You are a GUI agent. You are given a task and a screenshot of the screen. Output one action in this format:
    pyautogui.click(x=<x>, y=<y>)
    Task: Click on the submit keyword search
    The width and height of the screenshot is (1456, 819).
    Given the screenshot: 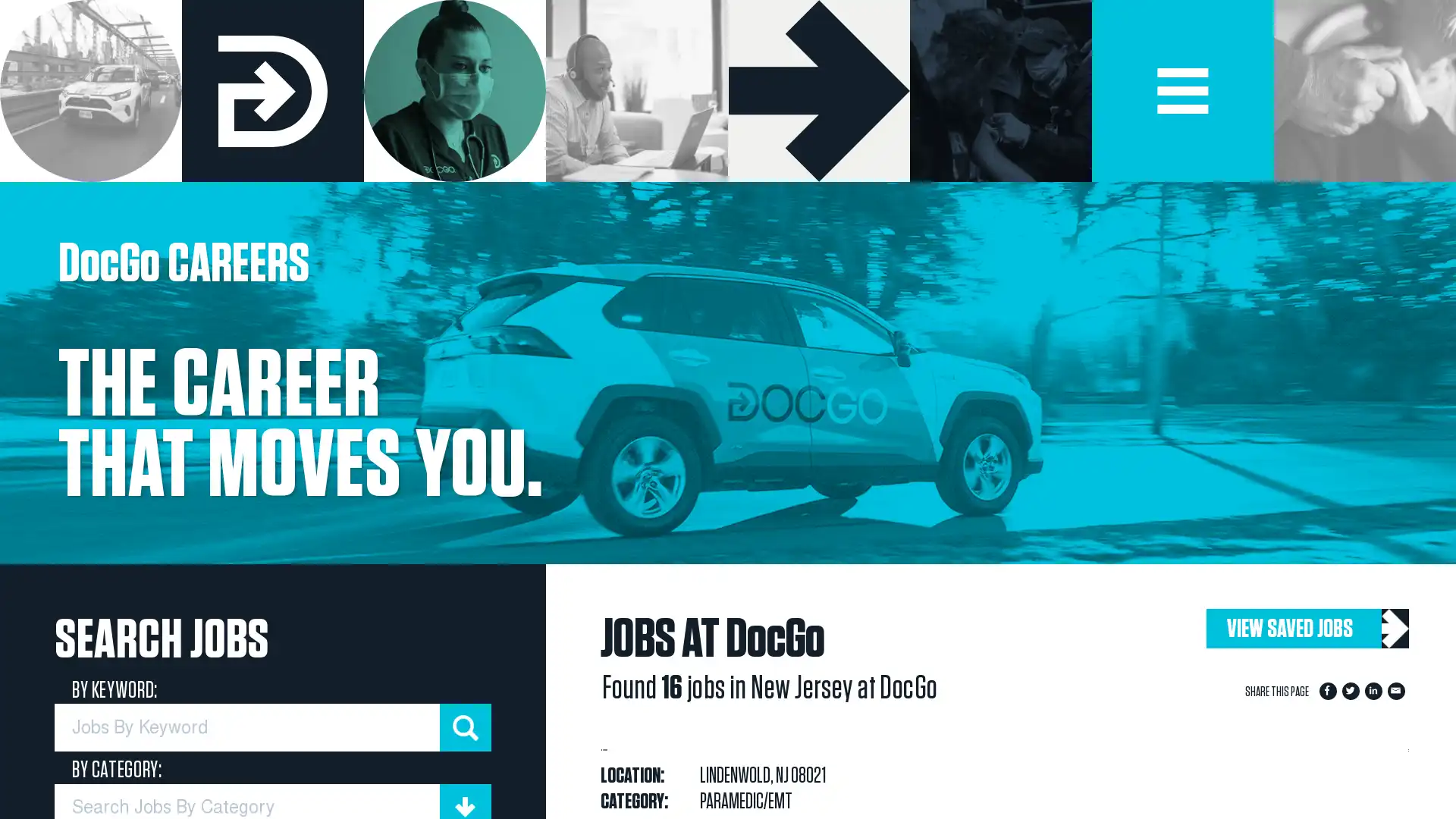 What is the action you would take?
    pyautogui.click(x=465, y=726)
    